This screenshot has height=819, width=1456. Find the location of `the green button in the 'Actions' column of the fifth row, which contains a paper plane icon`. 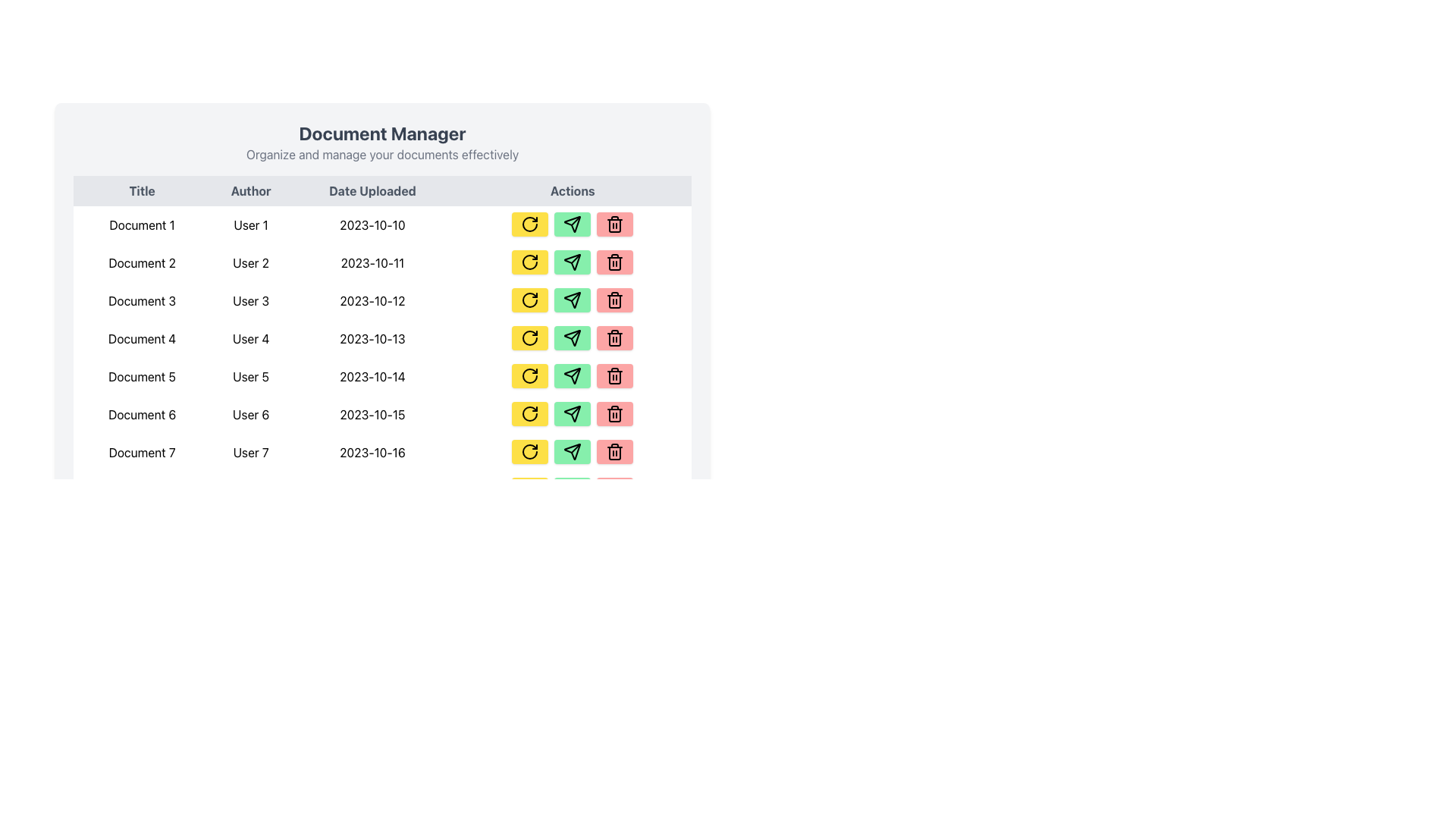

the green button in the 'Actions' column of the fifth row, which contains a paper plane icon is located at coordinates (575, 258).